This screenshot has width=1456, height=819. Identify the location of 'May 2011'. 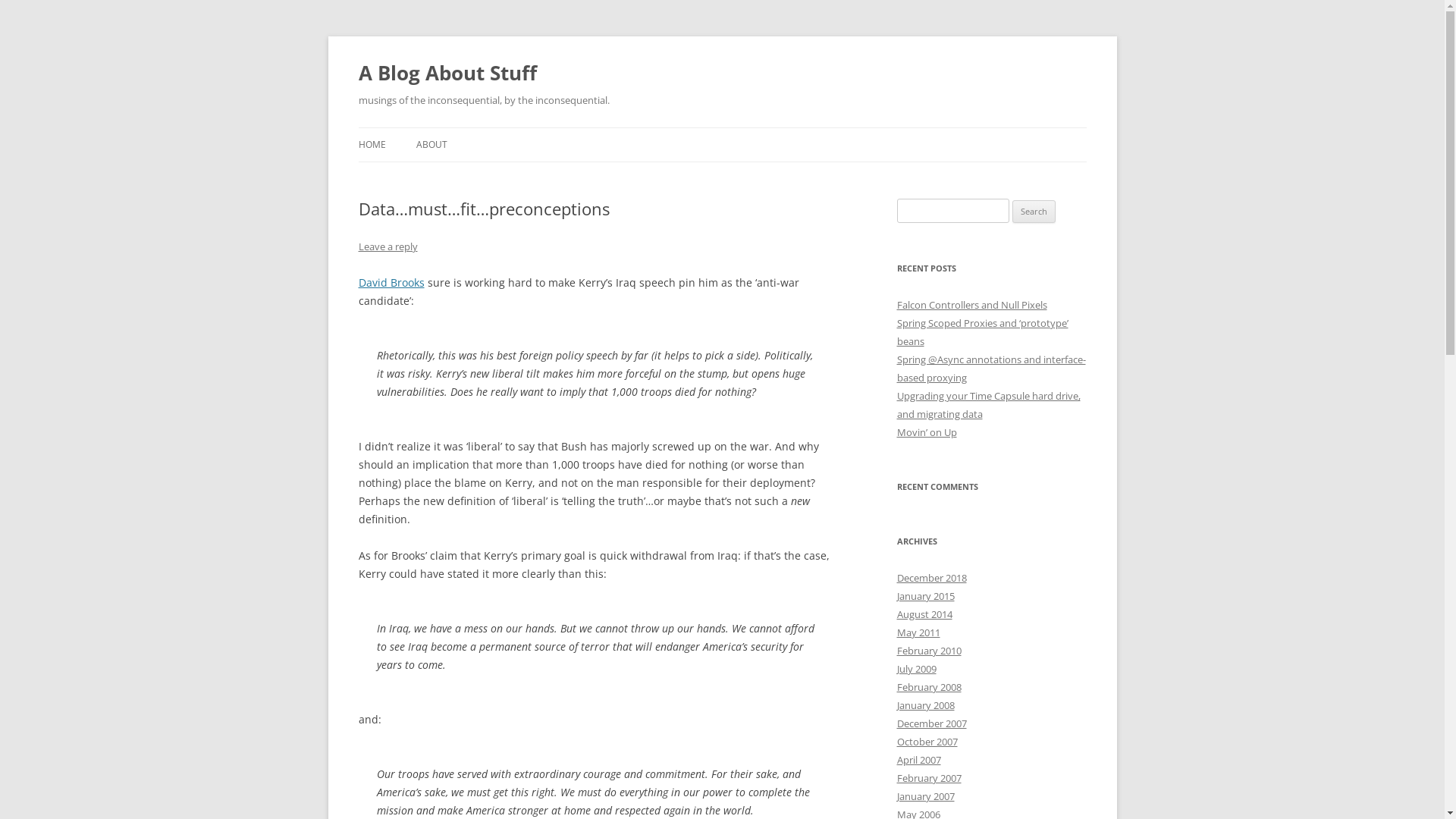
(917, 632).